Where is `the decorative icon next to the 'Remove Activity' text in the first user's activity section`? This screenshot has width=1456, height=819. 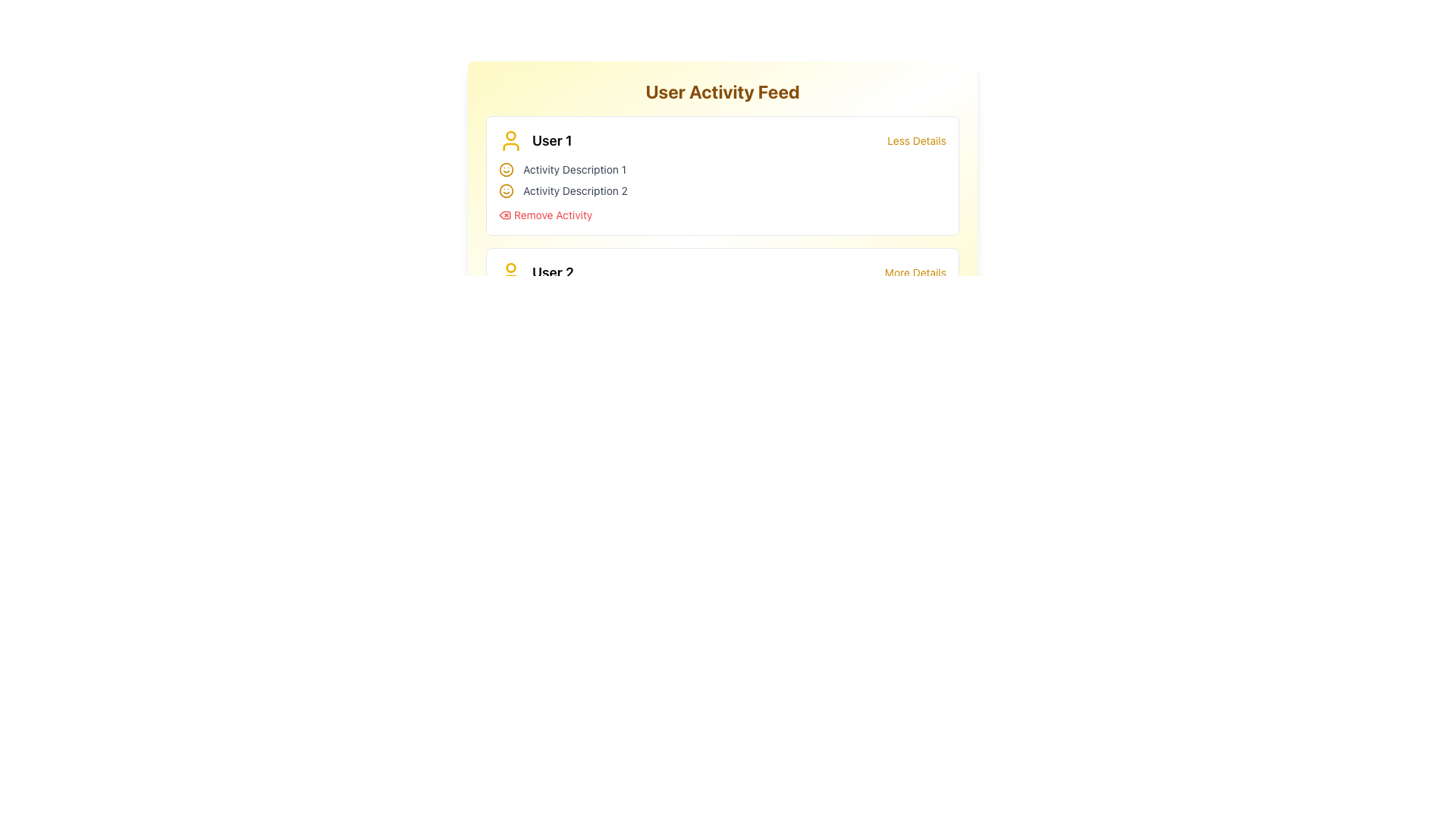
the decorative icon next to the 'Remove Activity' text in the first user's activity section is located at coordinates (505, 215).